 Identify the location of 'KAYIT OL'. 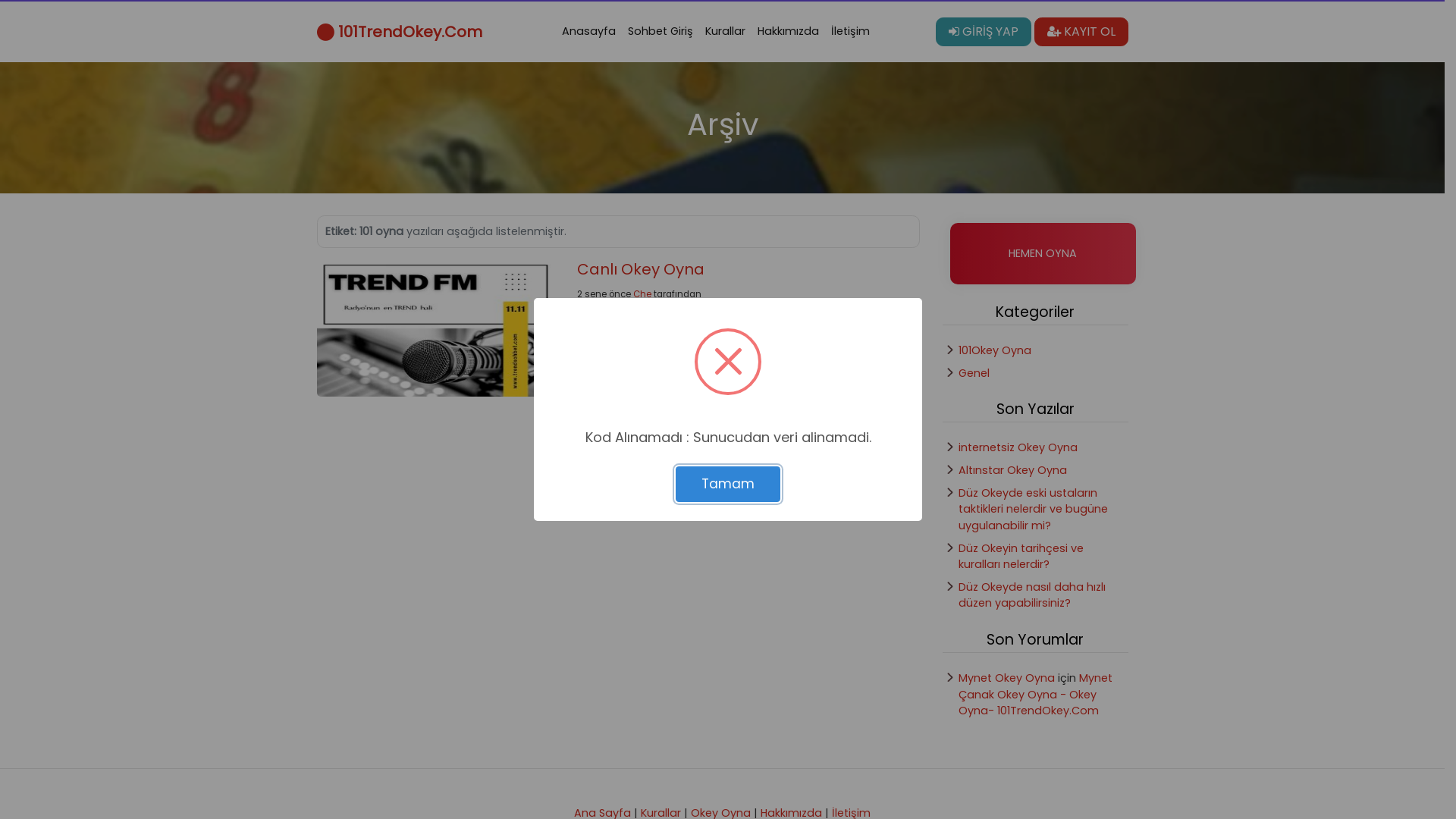
(1033, 32).